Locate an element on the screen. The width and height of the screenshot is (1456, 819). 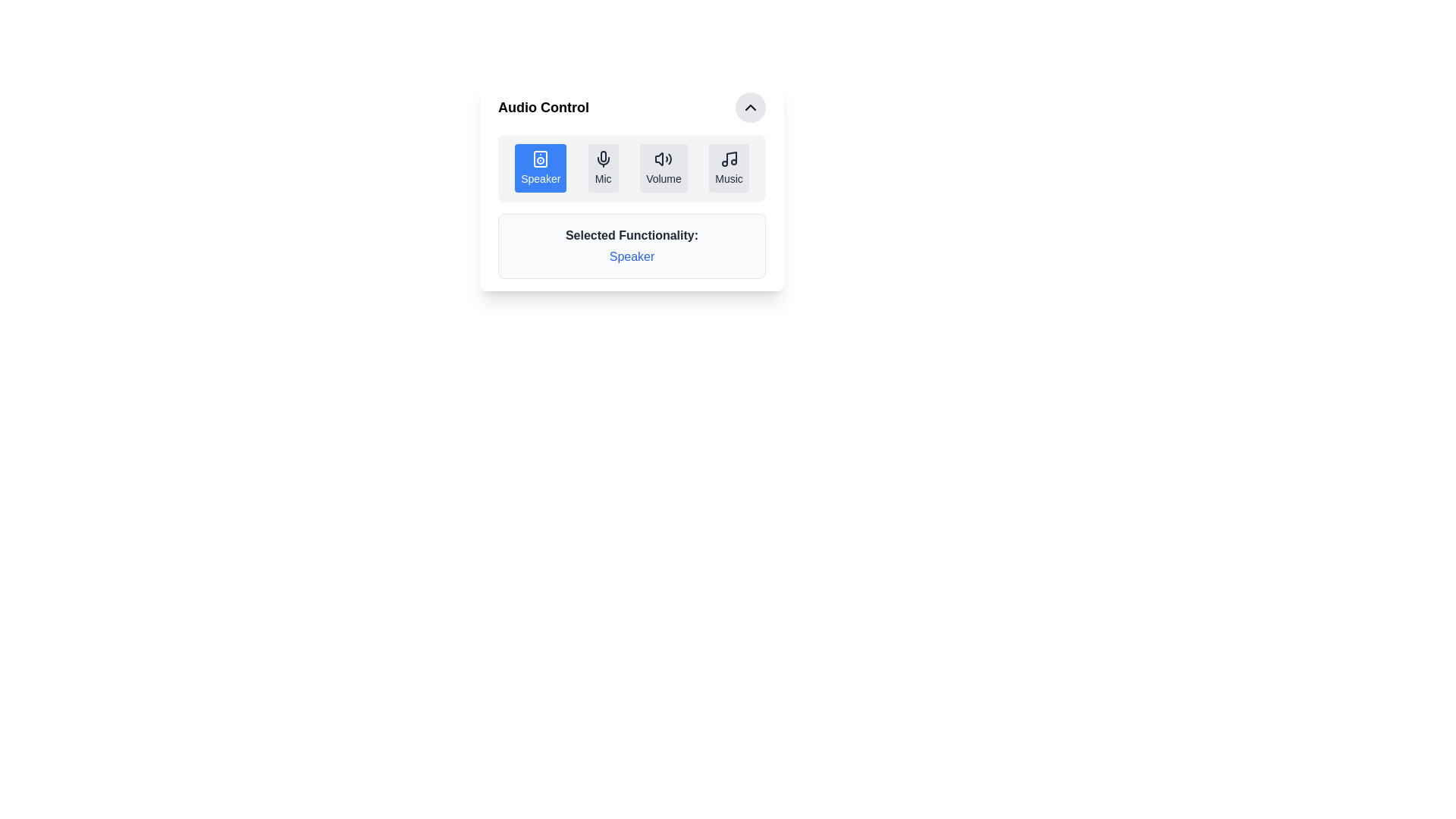
the 'Music' text label located below the musical note icon in the Audio Control panel is located at coordinates (729, 177).